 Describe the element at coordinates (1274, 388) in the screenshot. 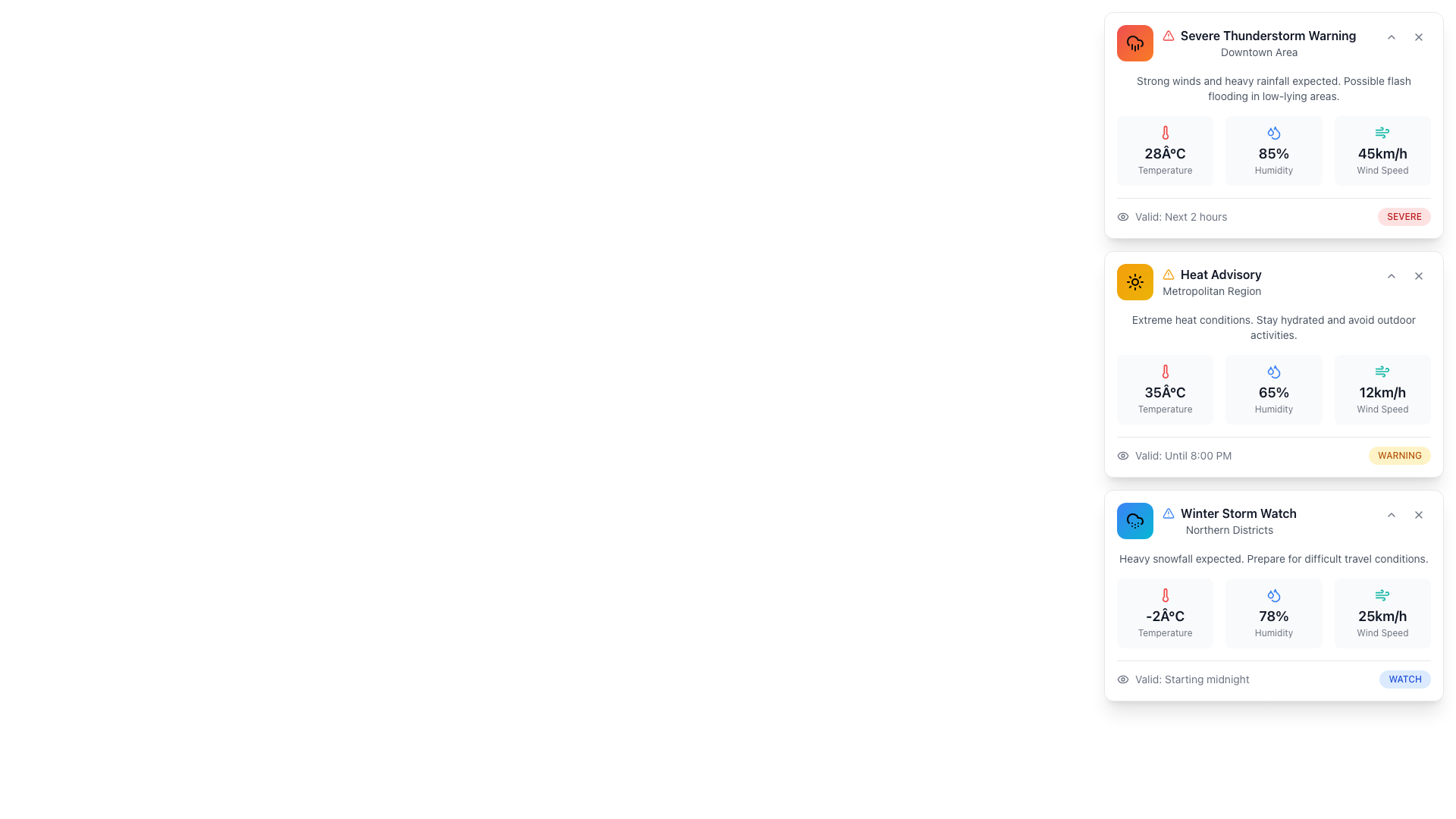

I see `the middle weather display card showing humidity level, which is located between the Temperature and Wind Speed blocks in the weather advisory section` at that location.